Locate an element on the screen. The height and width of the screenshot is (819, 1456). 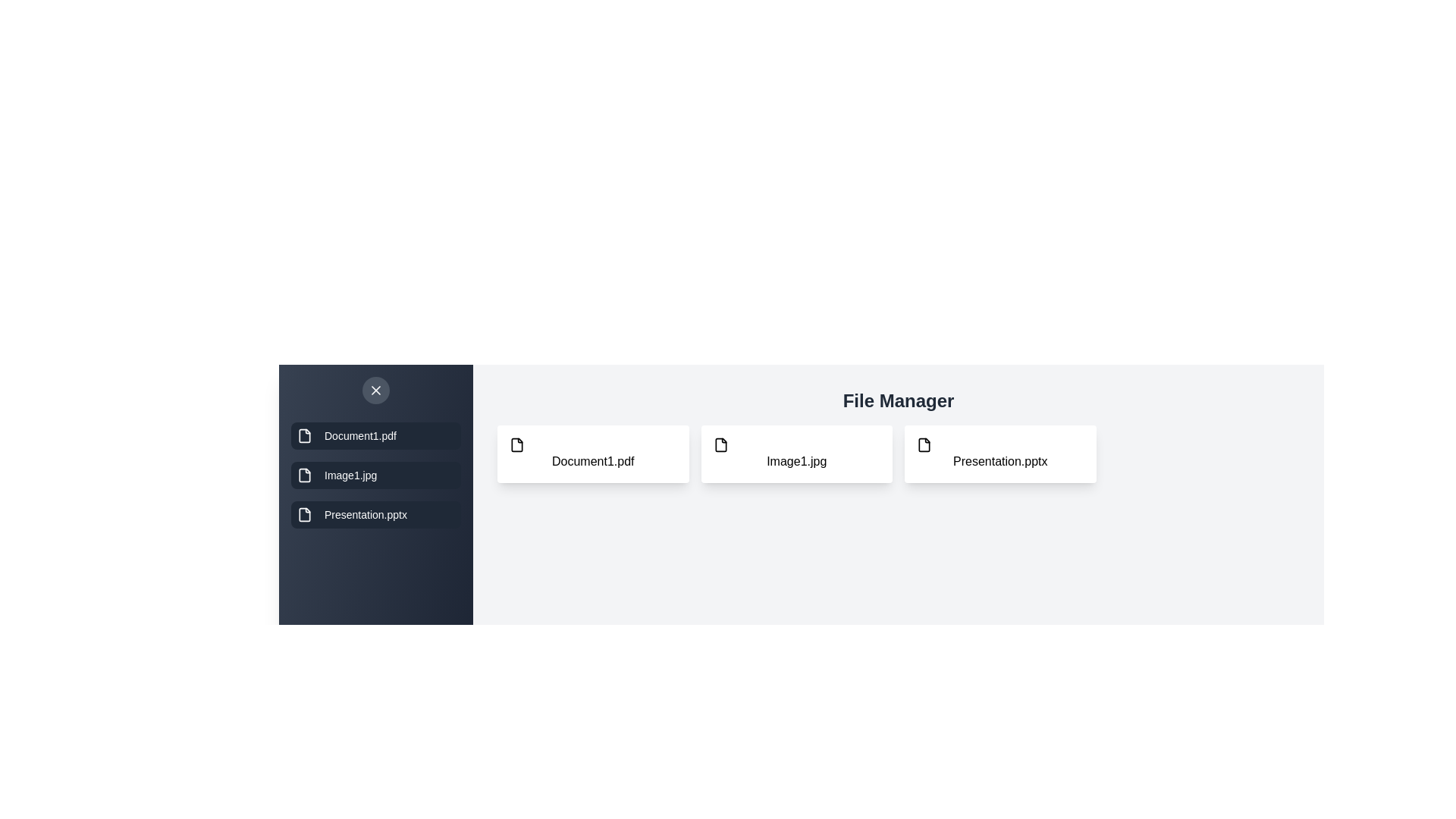
the file Document1.pdf from the drawer list is located at coordinates (375, 435).